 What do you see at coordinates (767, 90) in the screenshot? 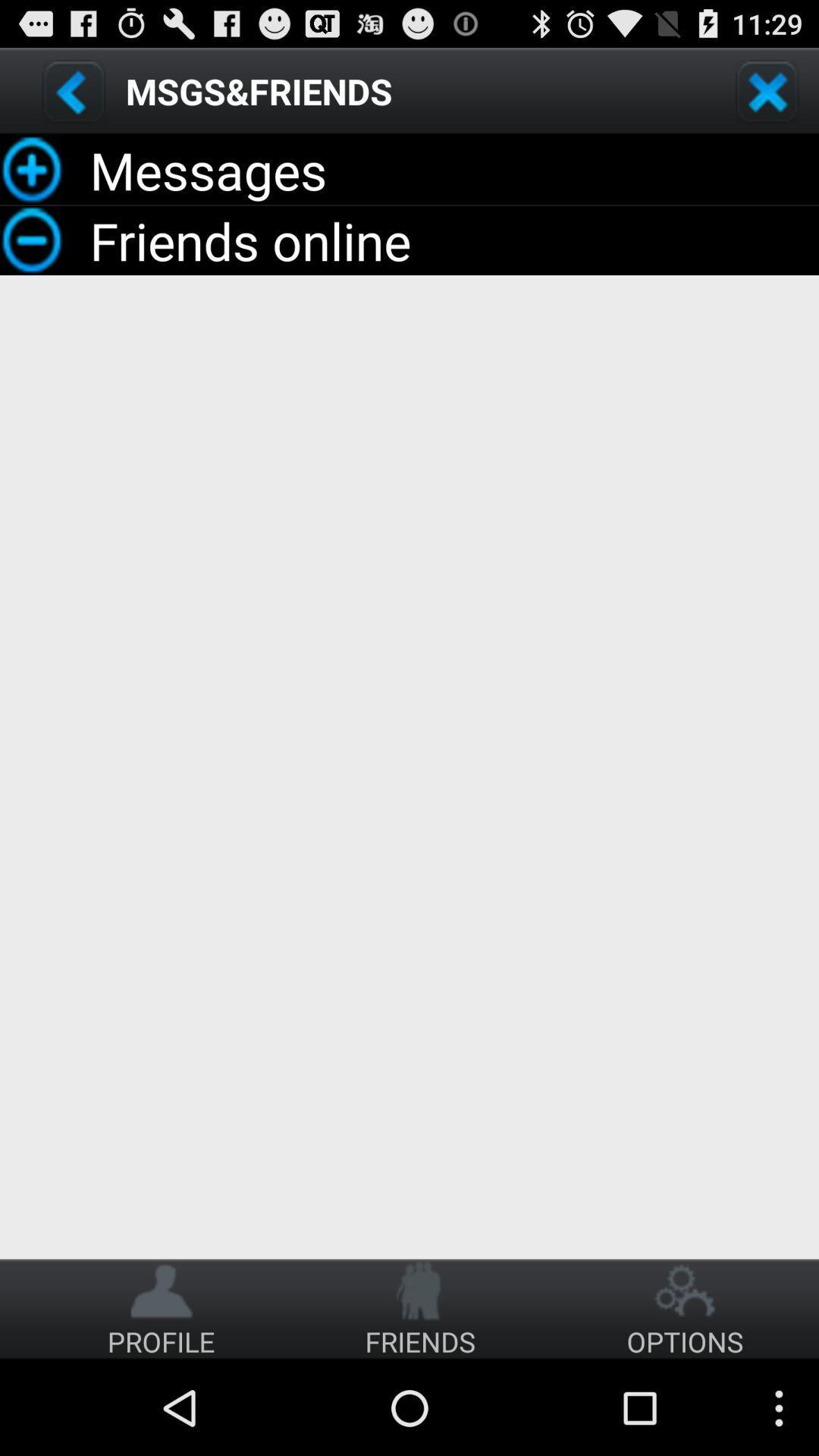
I see `button` at bounding box center [767, 90].